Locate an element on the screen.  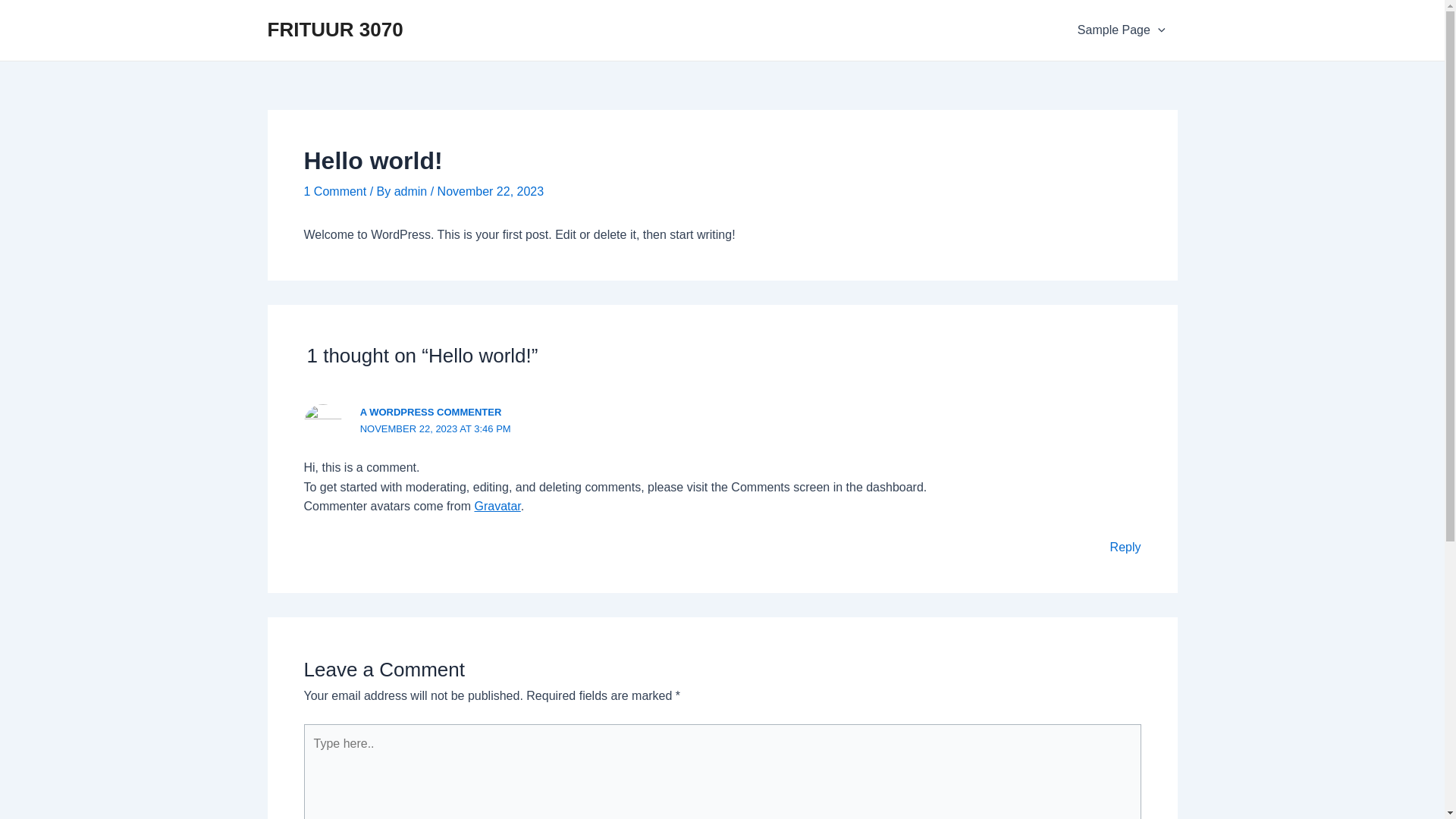
'Gravatar' is located at coordinates (497, 506).